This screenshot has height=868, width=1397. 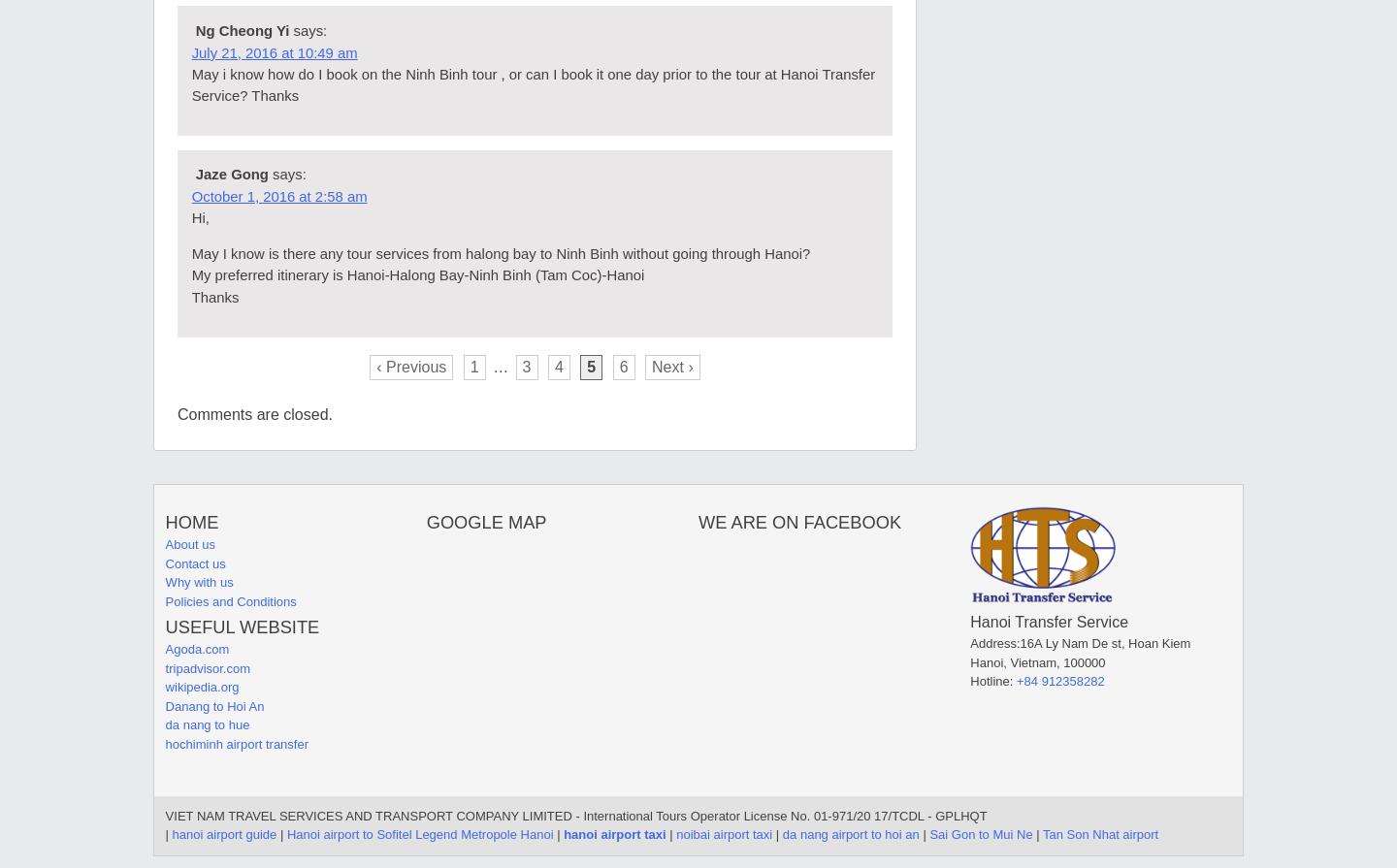 What do you see at coordinates (980, 833) in the screenshot?
I see `'Sai Gon to Mui Ne'` at bounding box center [980, 833].